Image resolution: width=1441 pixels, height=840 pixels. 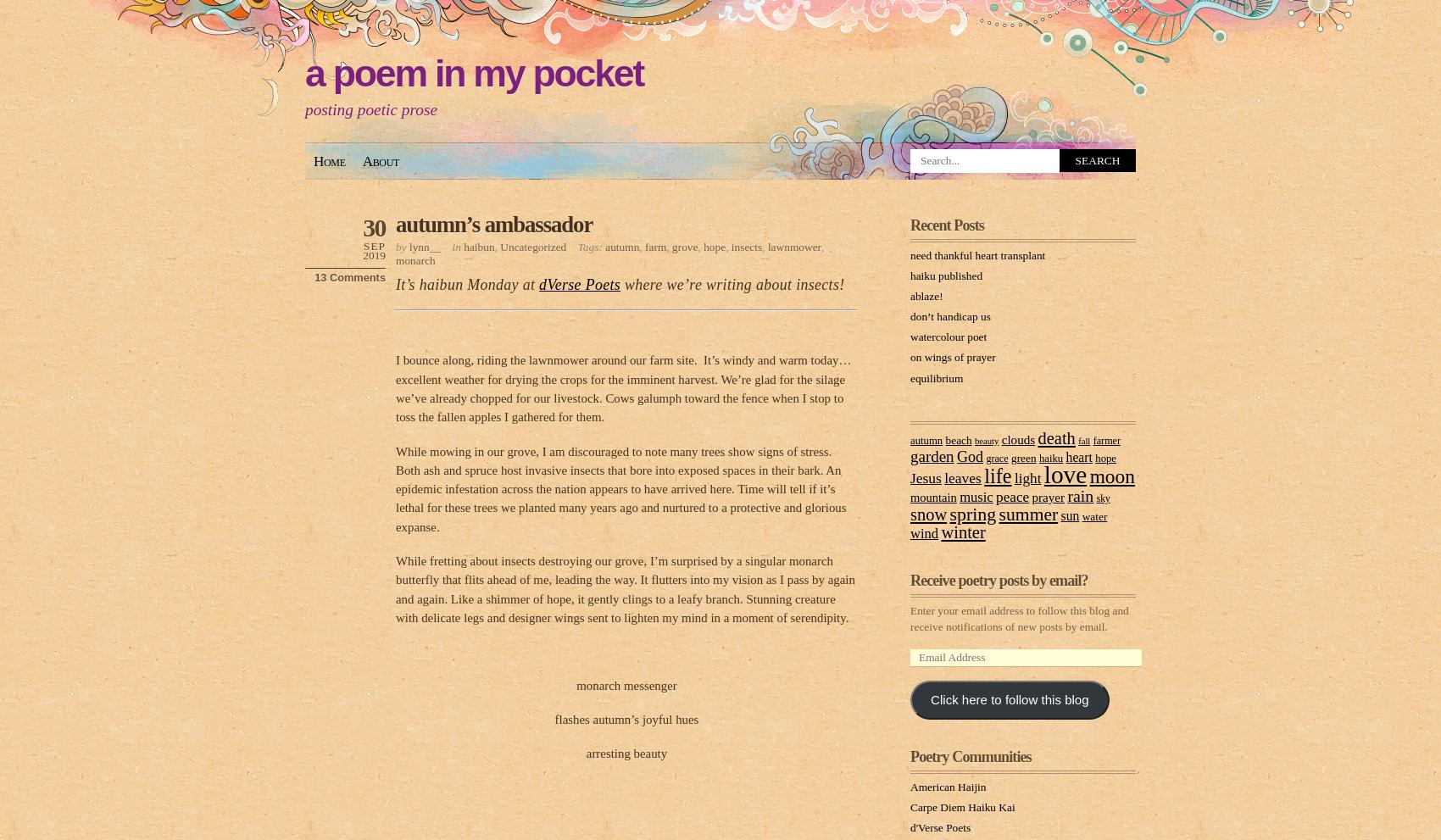 What do you see at coordinates (962, 806) in the screenshot?
I see `'Carpe Diem Haiku Kai'` at bounding box center [962, 806].